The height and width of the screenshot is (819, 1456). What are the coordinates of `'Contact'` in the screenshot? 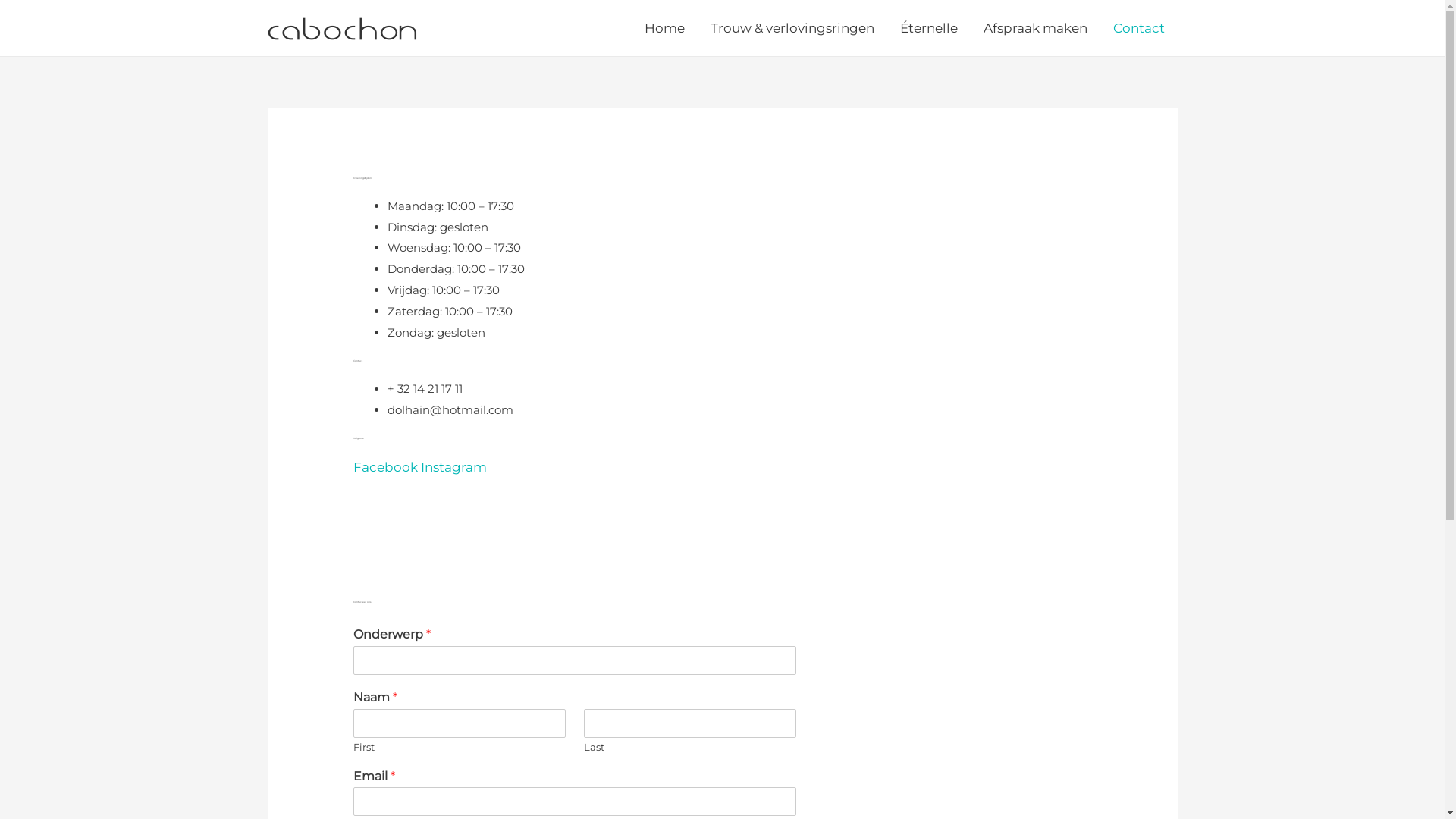 It's located at (1138, 28).